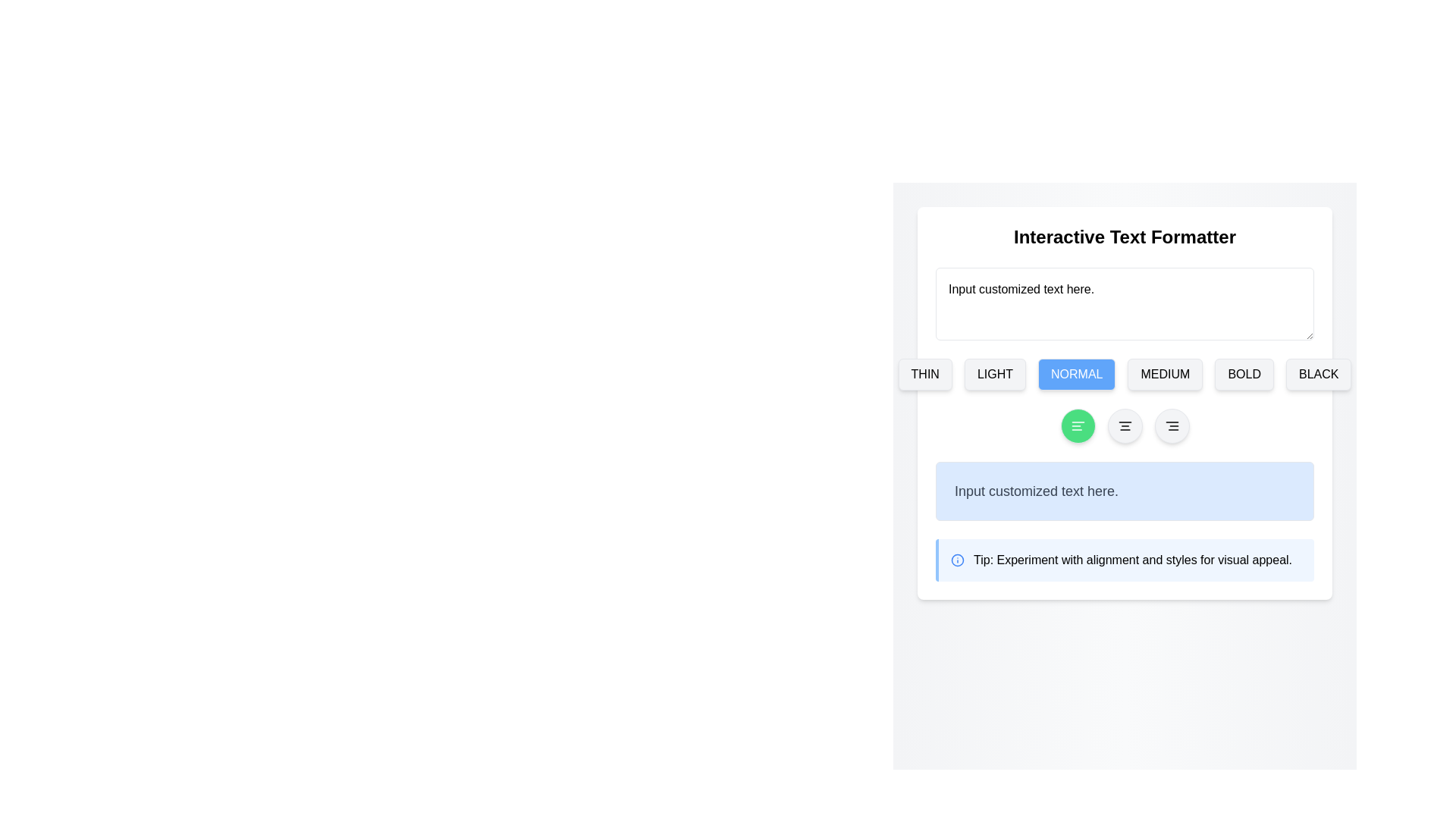 This screenshot has height=819, width=1456. What do you see at coordinates (1125, 426) in the screenshot?
I see `the circular button with a light gray background featuring a center alignment icon, positioned between the left and right alignment buttons, to trigger a tooltip or visual feedback` at bounding box center [1125, 426].